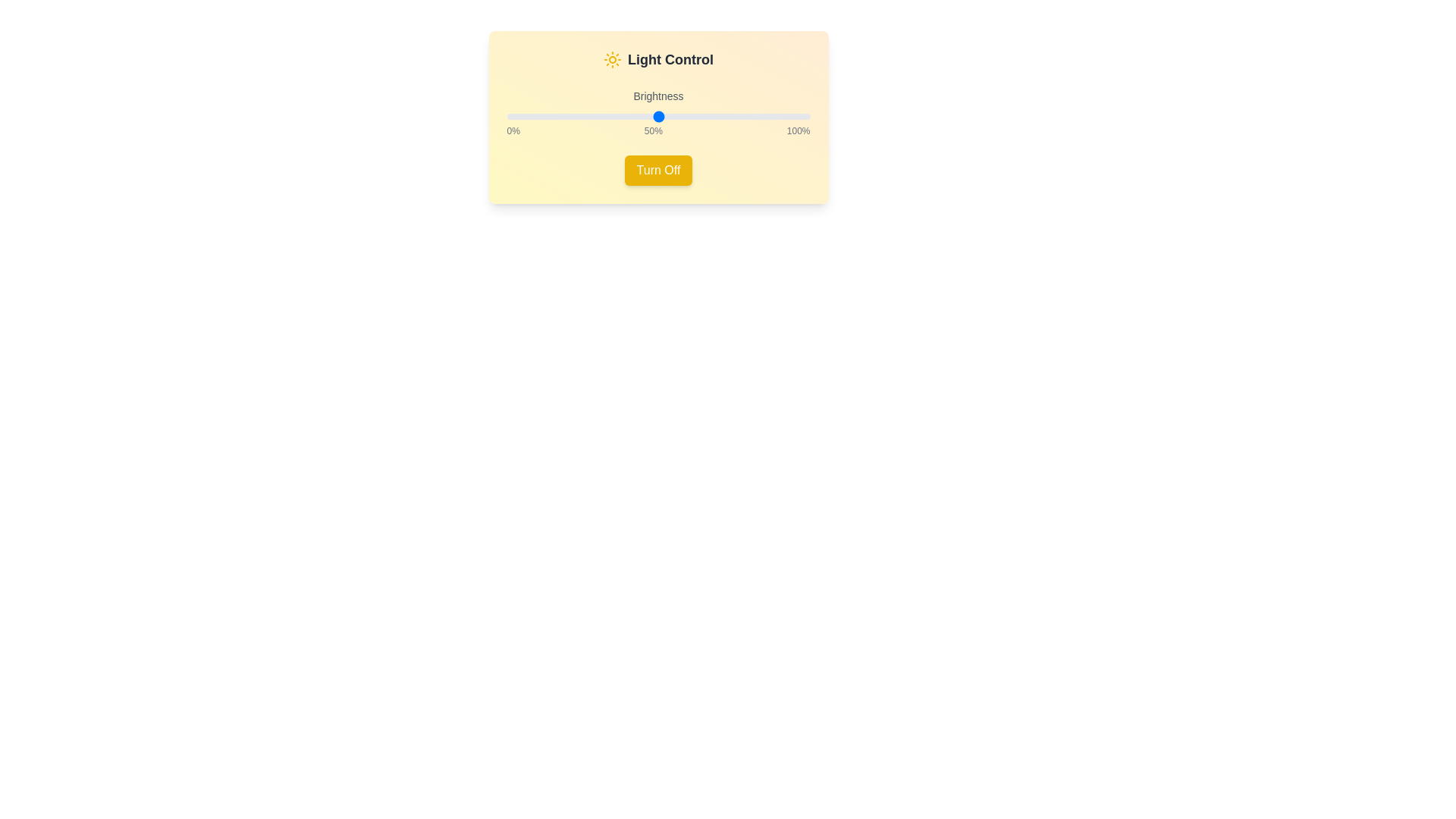 The height and width of the screenshot is (819, 1456). What do you see at coordinates (798, 130) in the screenshot?
I see `the static text label displaying '100%' which is the rightmost among its siblings ('0%', '50%') in a horizontal layout beneath the slider component in the light control settings card` at bounding box center [798, 130].